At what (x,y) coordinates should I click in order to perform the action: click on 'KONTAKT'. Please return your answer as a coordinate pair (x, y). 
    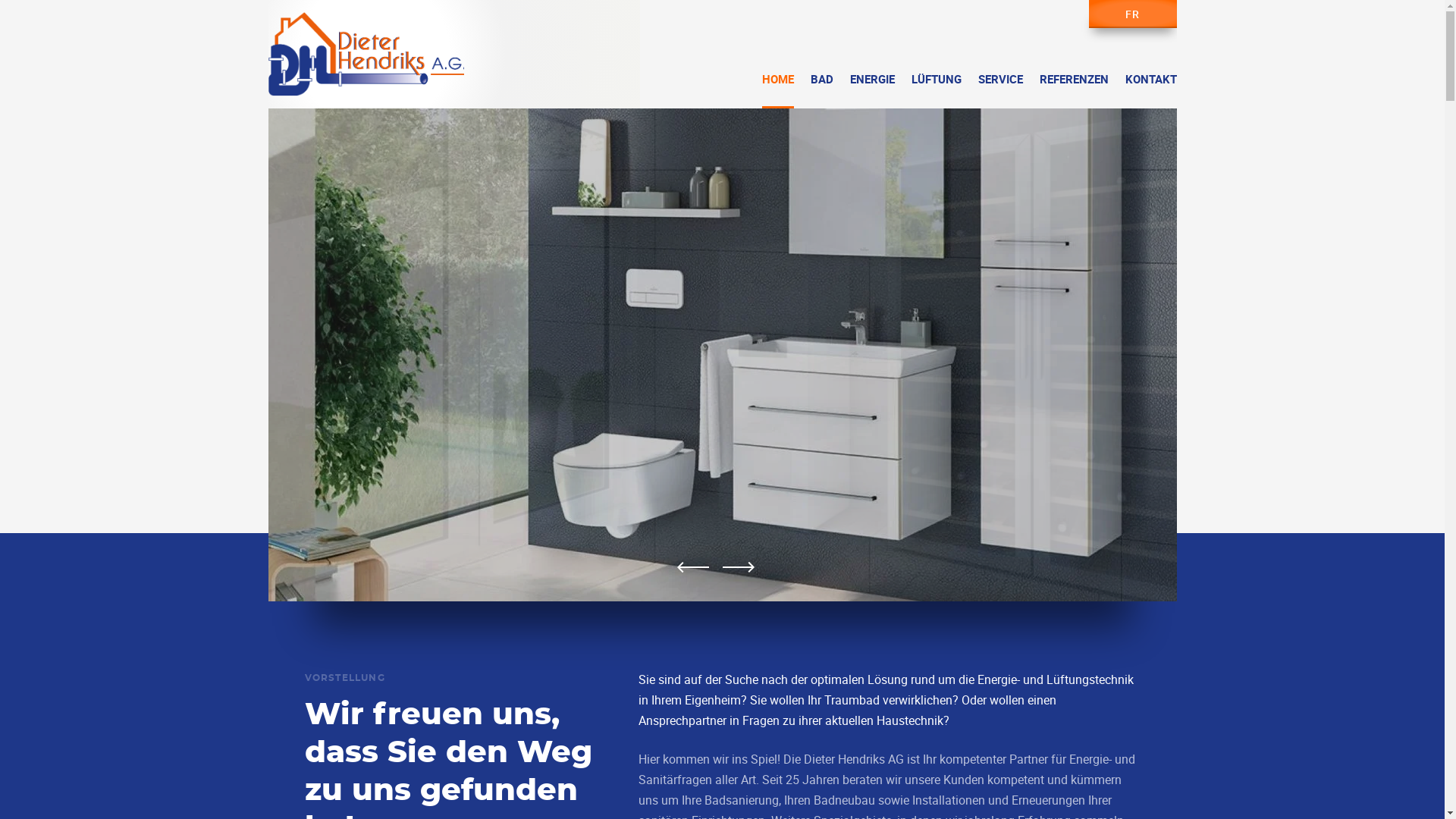
    Looking at the image, I should click on (1150, 90).